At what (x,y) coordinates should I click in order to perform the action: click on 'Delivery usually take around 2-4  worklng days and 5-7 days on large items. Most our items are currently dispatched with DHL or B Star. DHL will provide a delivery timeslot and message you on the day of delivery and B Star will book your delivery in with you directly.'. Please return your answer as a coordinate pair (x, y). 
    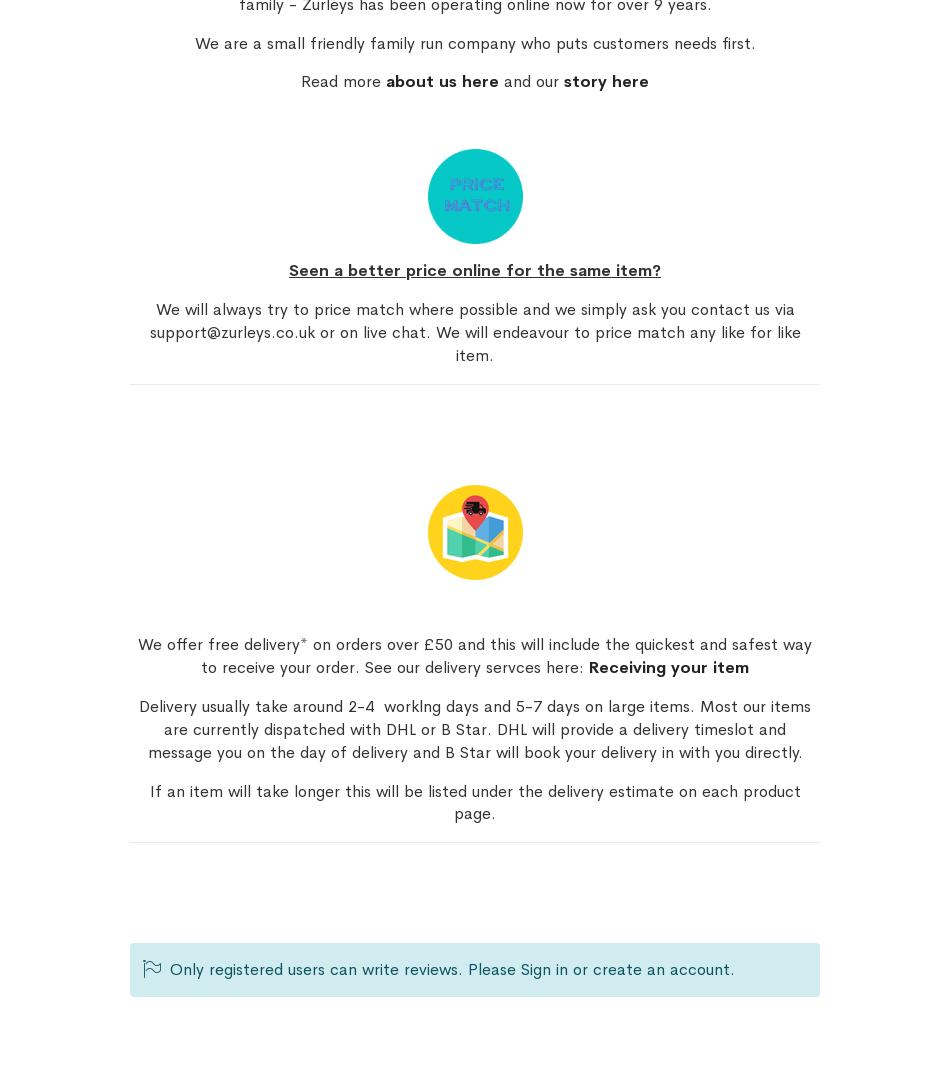
    Looking at the image, I should click on (475, 729).